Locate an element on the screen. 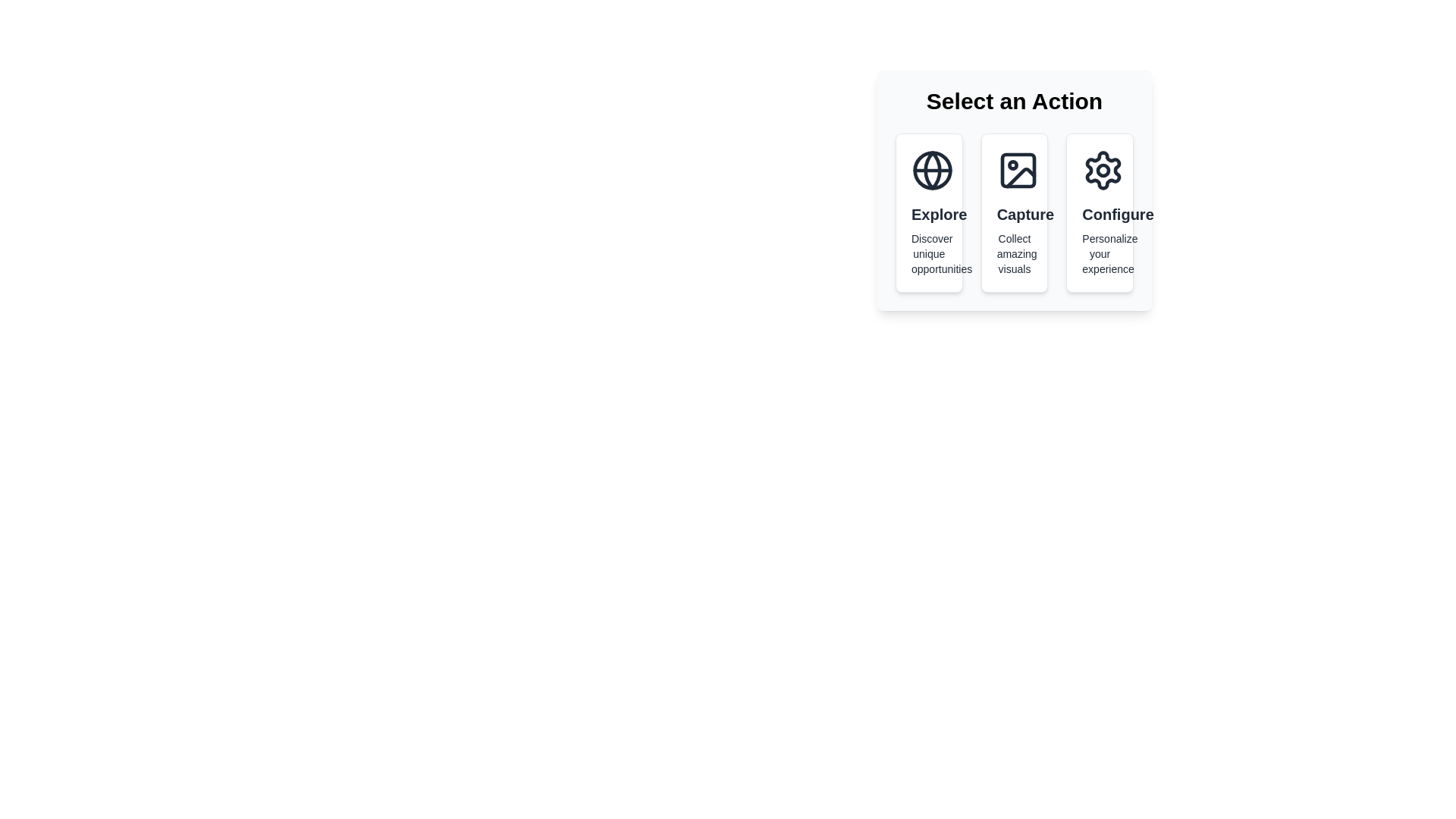 This screenshot has height=819, width=1456. the second action card button in the grid layout is located at coordinates (1015, 213).